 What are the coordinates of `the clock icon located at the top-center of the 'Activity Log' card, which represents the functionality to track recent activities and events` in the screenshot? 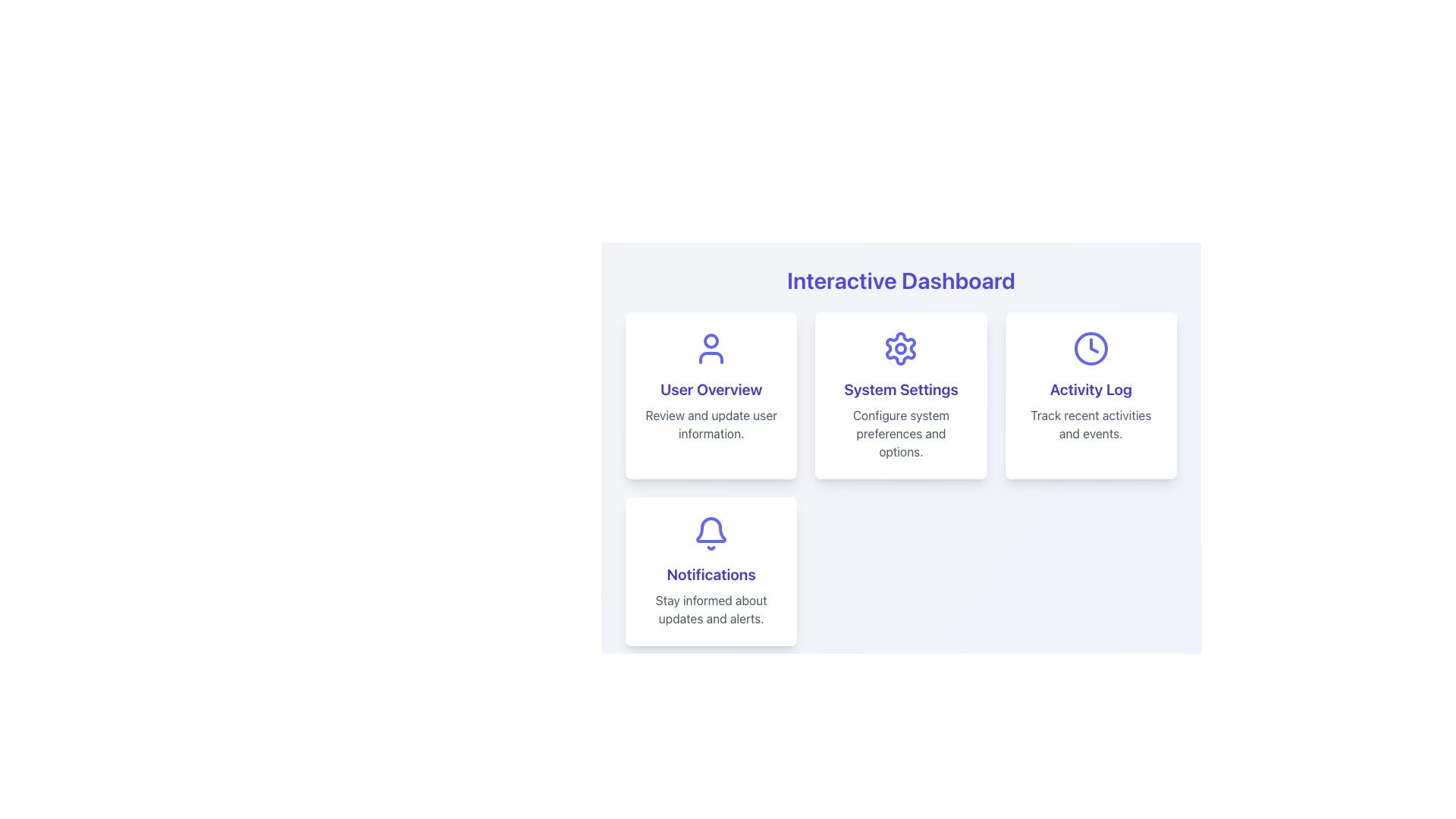 It's located at (1090, 348).